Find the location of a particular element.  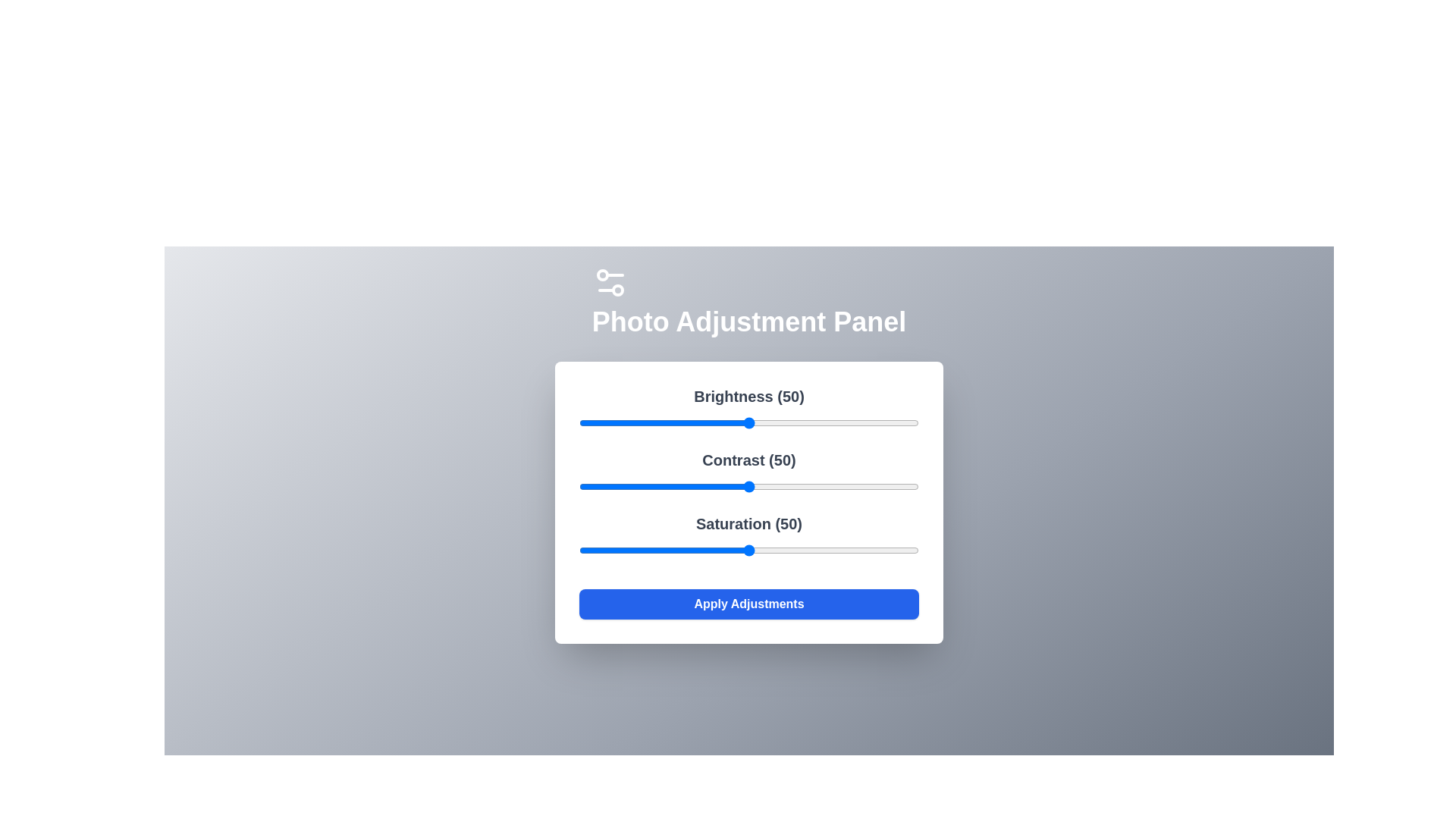

the 1 slider to 95 is located at coordinates (902, 486).